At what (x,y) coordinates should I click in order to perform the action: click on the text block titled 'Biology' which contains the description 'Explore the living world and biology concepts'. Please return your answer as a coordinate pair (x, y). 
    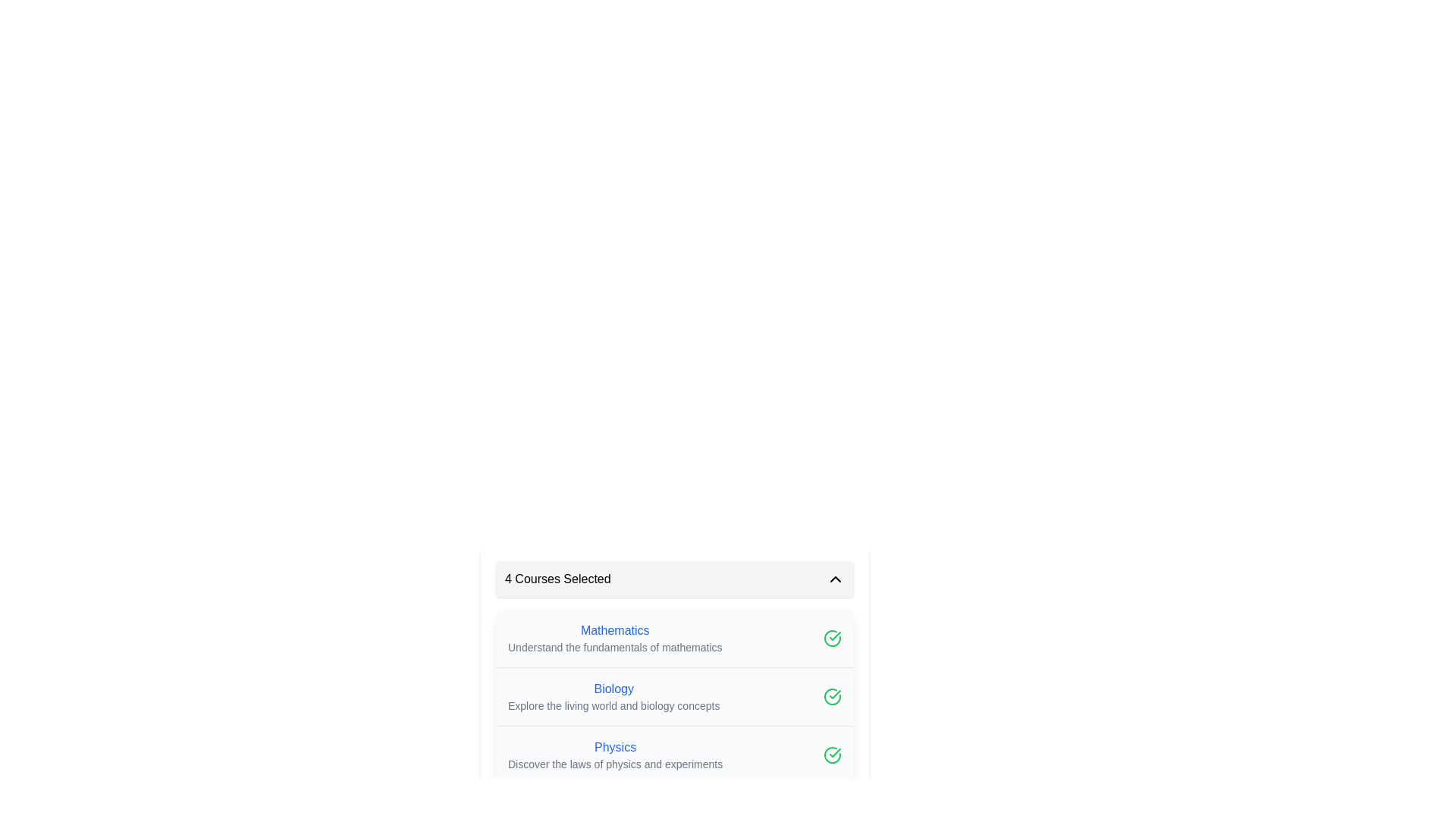
    Looking at the image, I should click on (613, 696).